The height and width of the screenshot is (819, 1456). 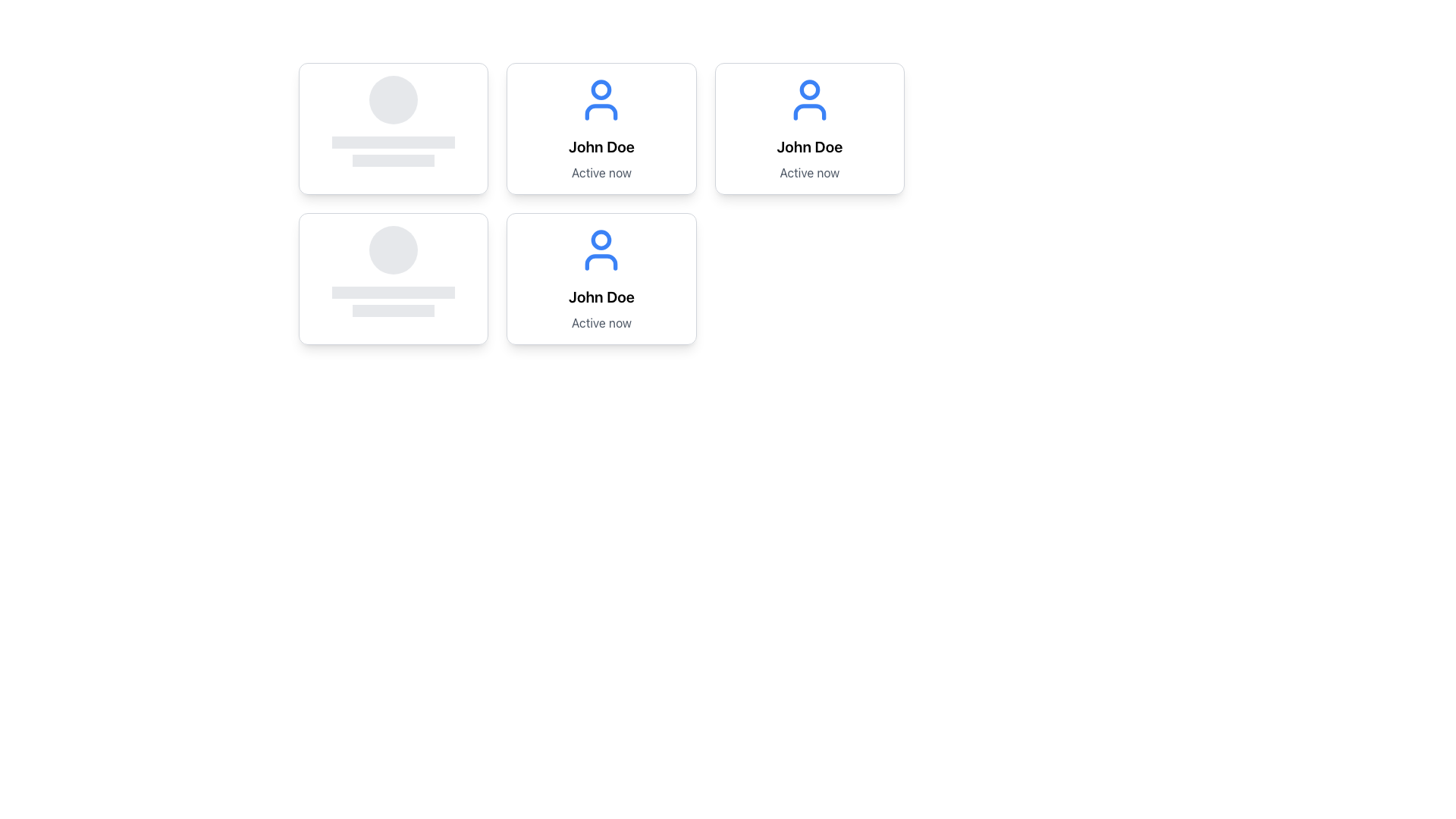 I want to click on the Profile card located in the bottom row, second column from the left, which displays the user's name and activity status, so click(x=601, y=278).